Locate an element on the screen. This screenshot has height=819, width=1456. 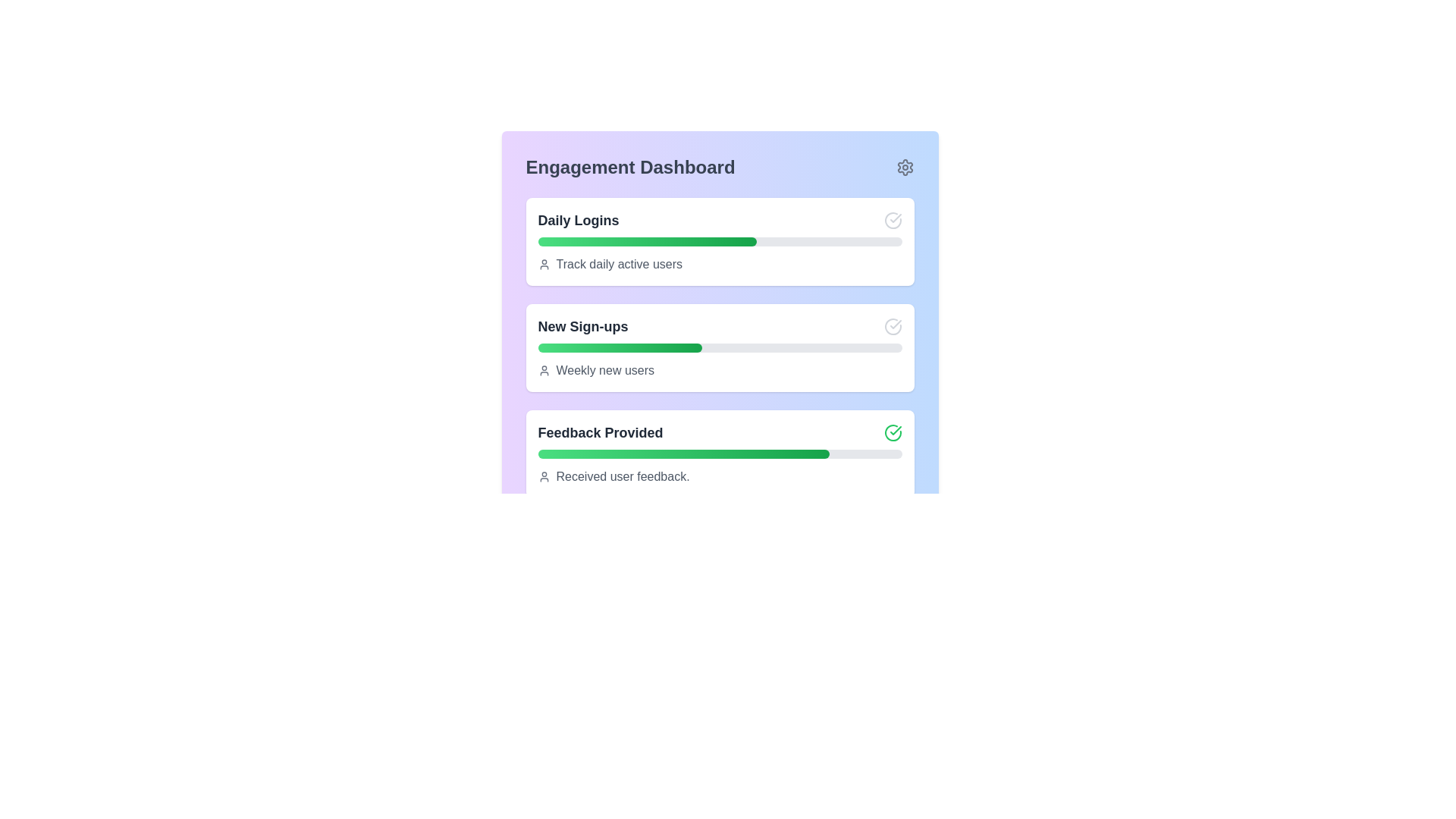
the progress indicator card located at the bottom of the vertical stack in the Engagement Dashboard, which displays feedback-related metrics is located at coordinates (719, 453).